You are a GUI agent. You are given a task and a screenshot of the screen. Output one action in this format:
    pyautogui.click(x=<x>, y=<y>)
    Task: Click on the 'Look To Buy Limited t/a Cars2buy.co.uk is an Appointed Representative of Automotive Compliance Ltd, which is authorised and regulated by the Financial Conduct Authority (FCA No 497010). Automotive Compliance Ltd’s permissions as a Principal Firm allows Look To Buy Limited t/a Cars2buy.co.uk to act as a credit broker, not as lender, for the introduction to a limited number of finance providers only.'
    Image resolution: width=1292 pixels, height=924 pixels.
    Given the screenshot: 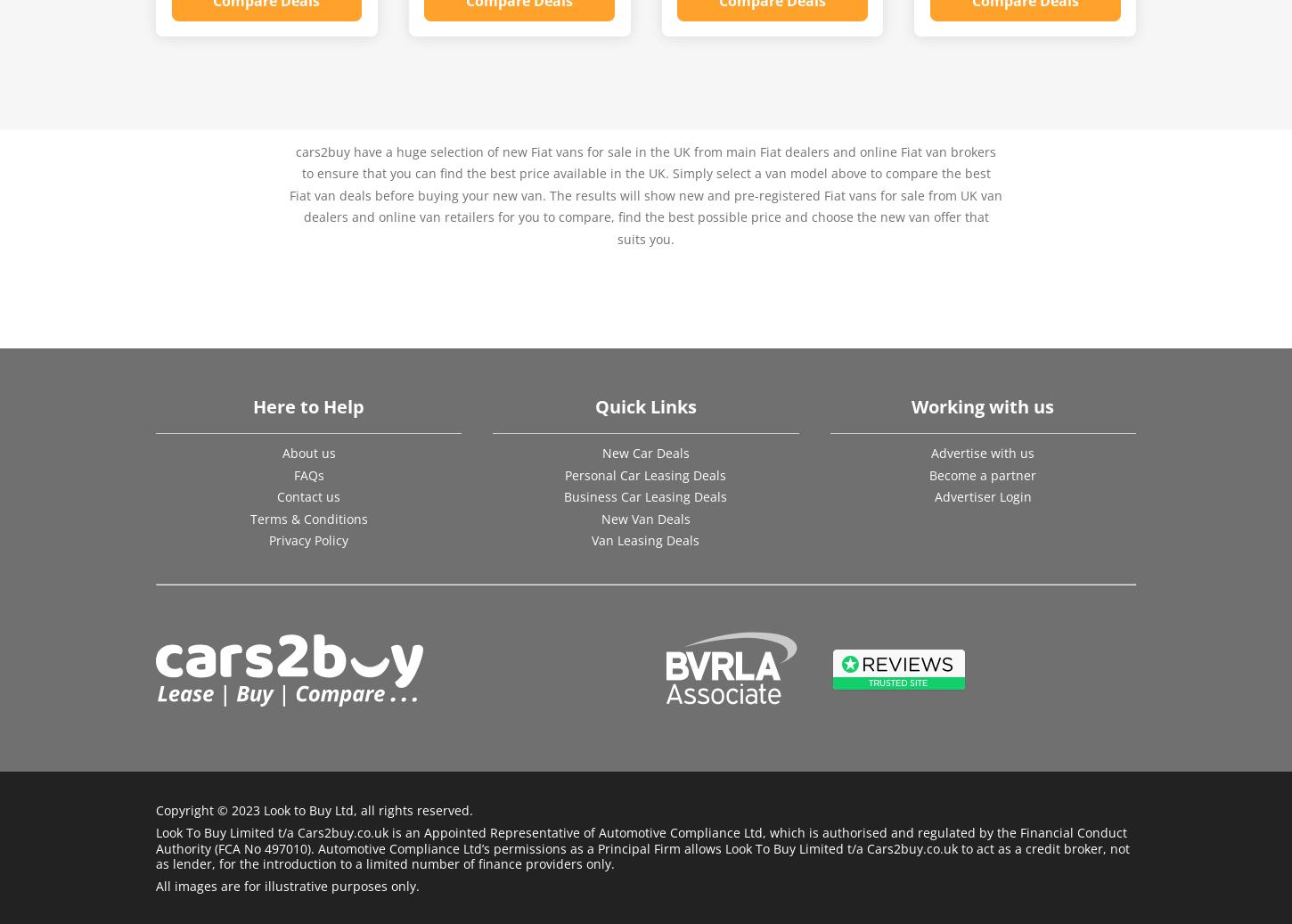 What is the action you would take?
    pyautogui.click(x=642, y=847)
    